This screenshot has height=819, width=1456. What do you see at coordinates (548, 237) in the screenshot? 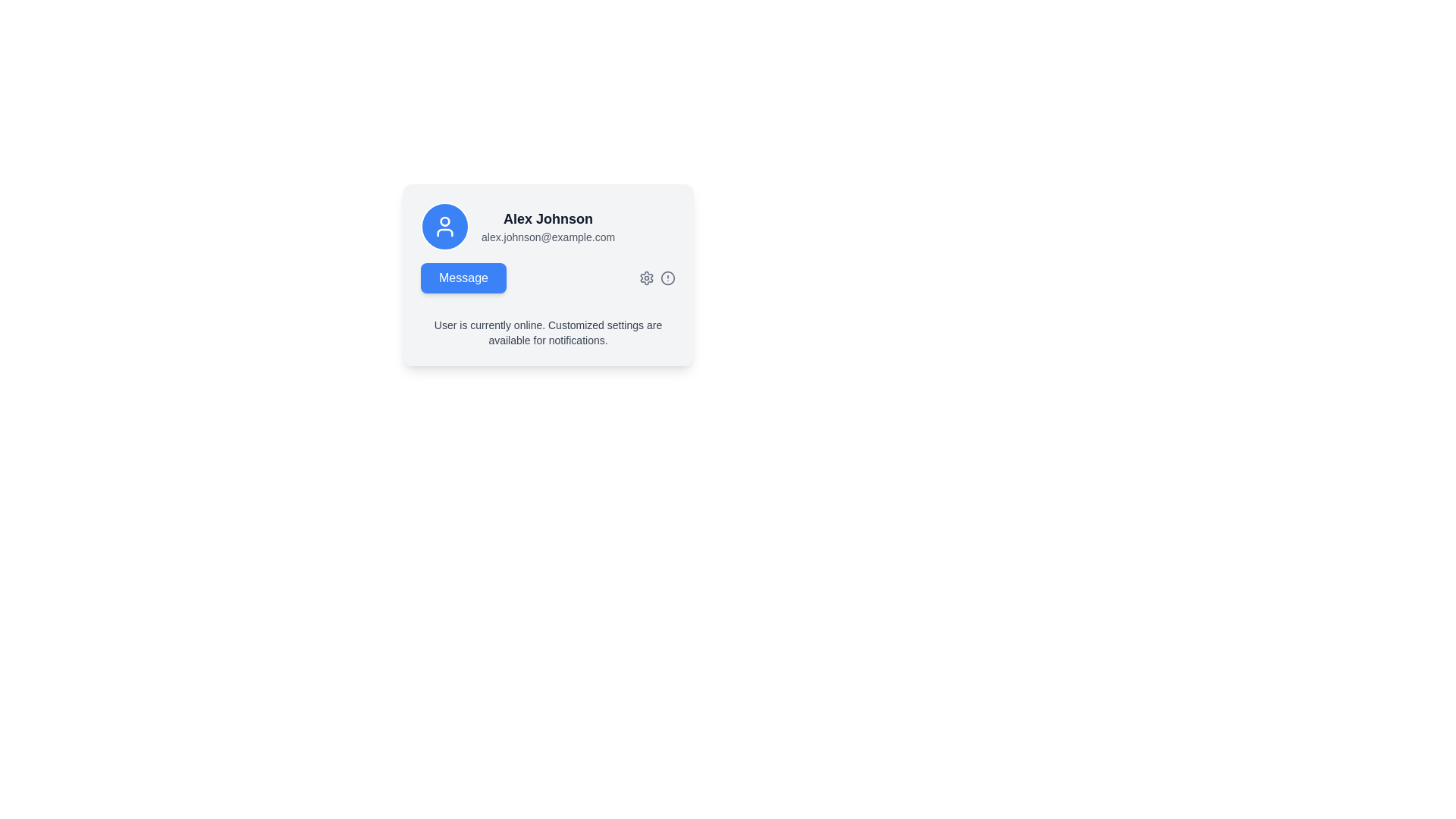
I see `the static text displaying the email address of user 'Alex Johnson', which is located beneath the name in a user profile card` at bounding box center [548, 237].